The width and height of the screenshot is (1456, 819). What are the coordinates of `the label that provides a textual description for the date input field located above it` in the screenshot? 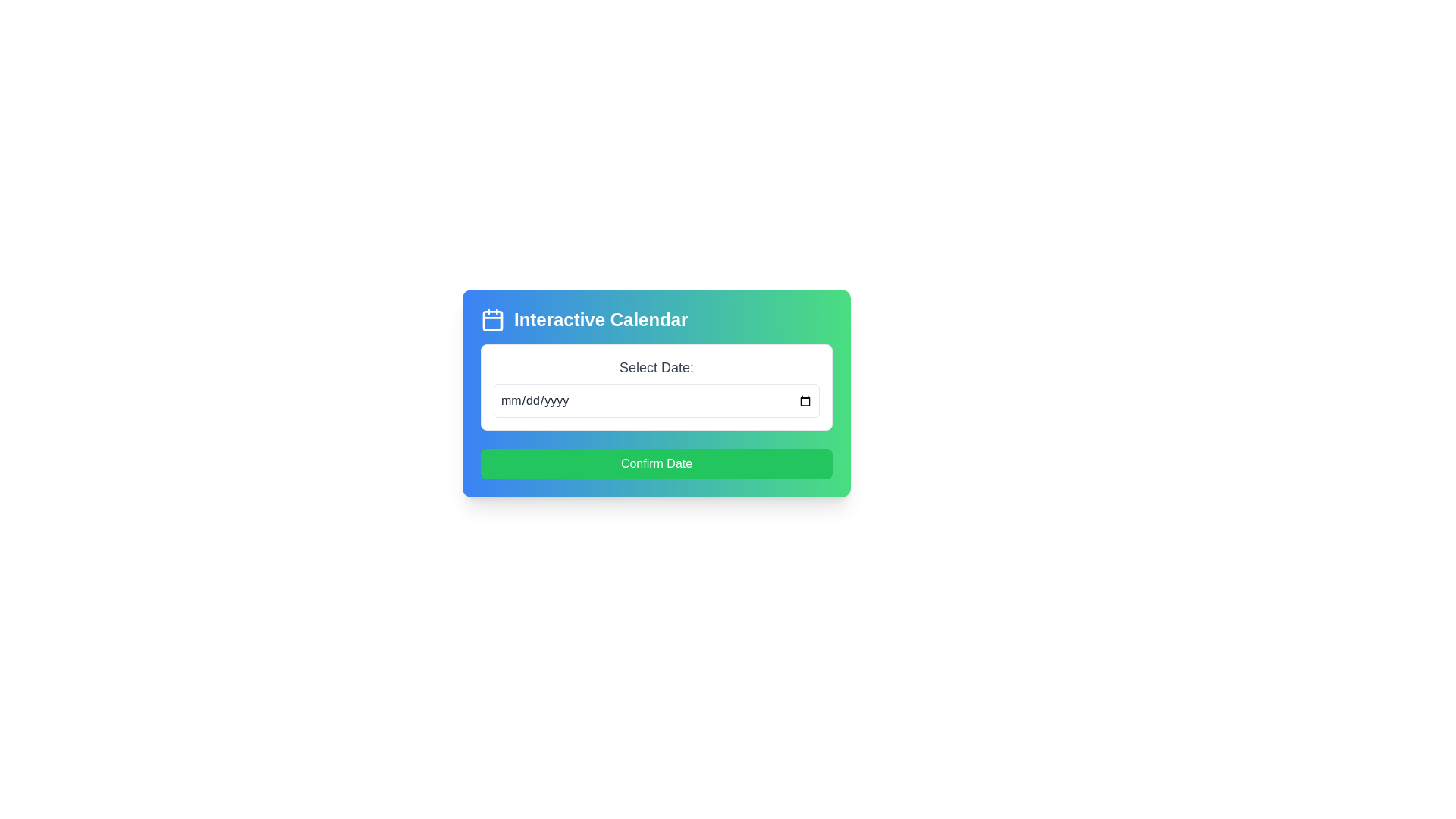 It's located at (656, 368).